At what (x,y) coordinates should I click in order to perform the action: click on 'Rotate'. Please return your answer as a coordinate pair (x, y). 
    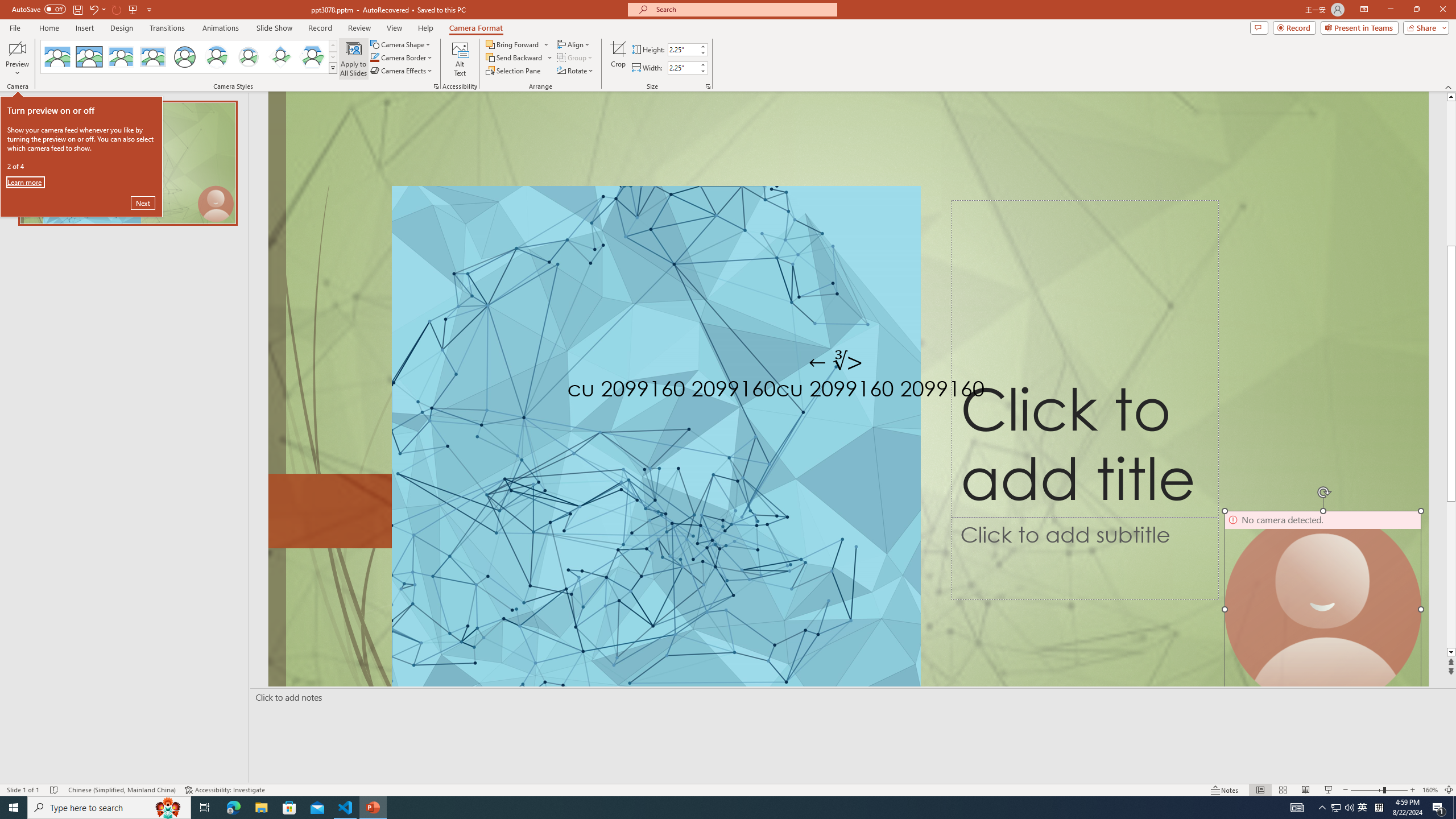
    Looking at the image, I should click on (575, 69).